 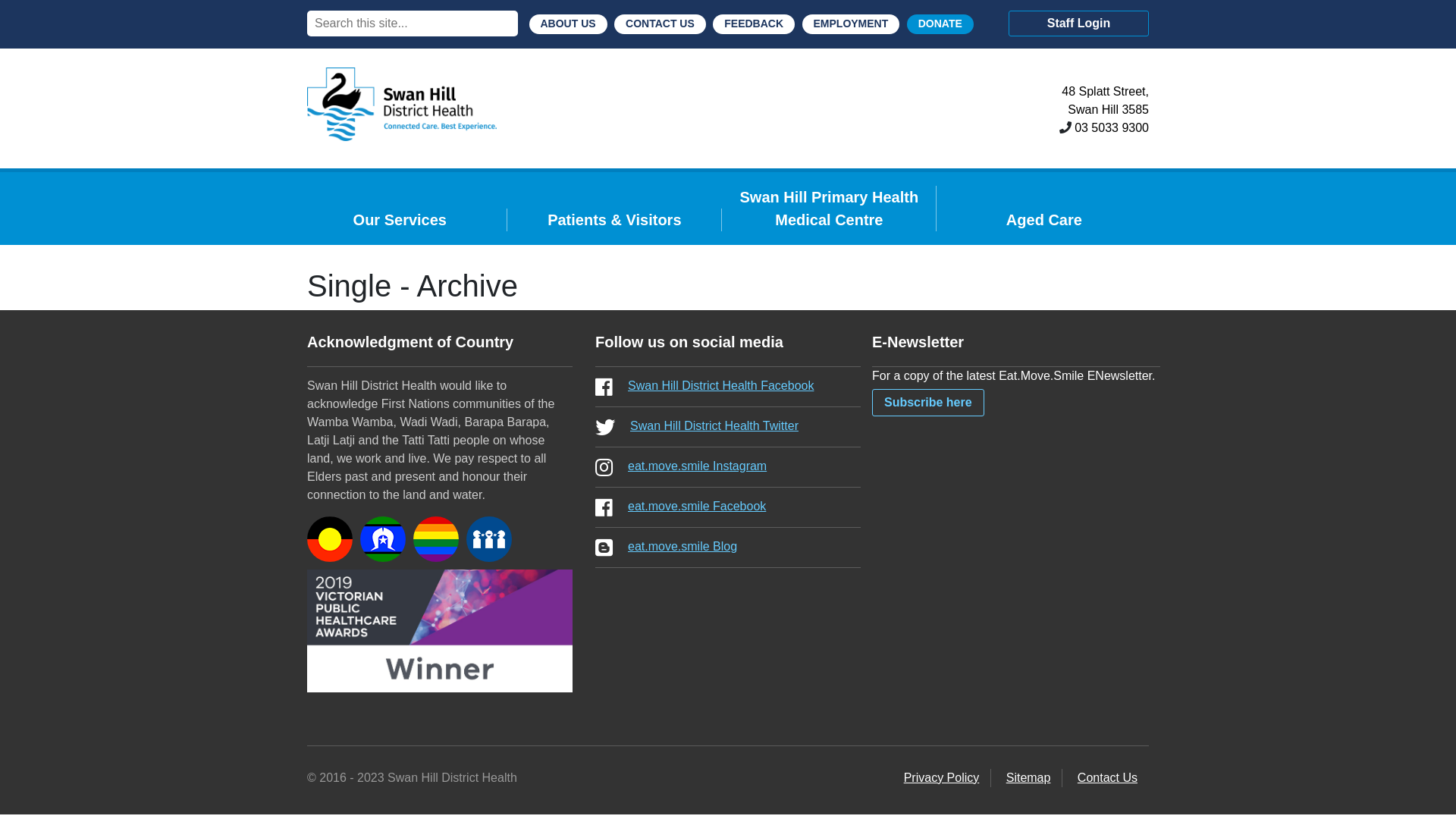 I want to click on 'eat.move.smile Facebook', so click(x=728, y=507).